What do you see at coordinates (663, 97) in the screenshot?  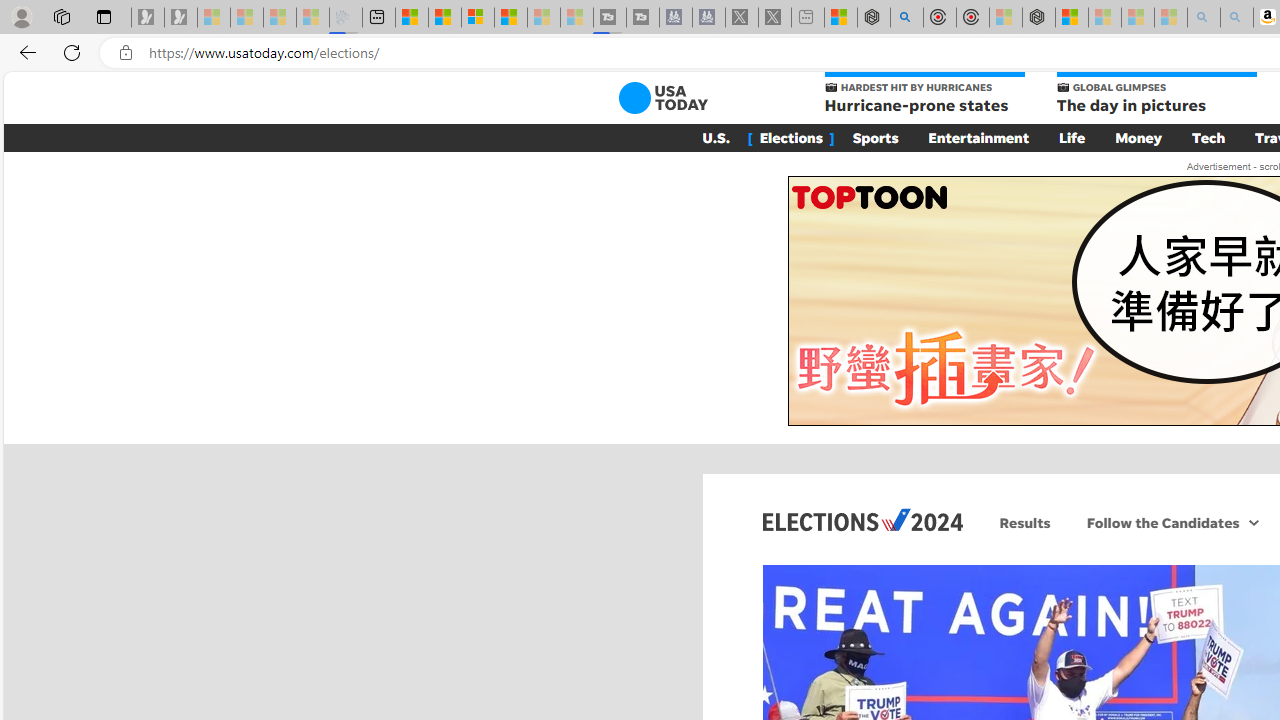 I see `'Class: gnt_n_lg_svg'` at bounding box center [663, 97].